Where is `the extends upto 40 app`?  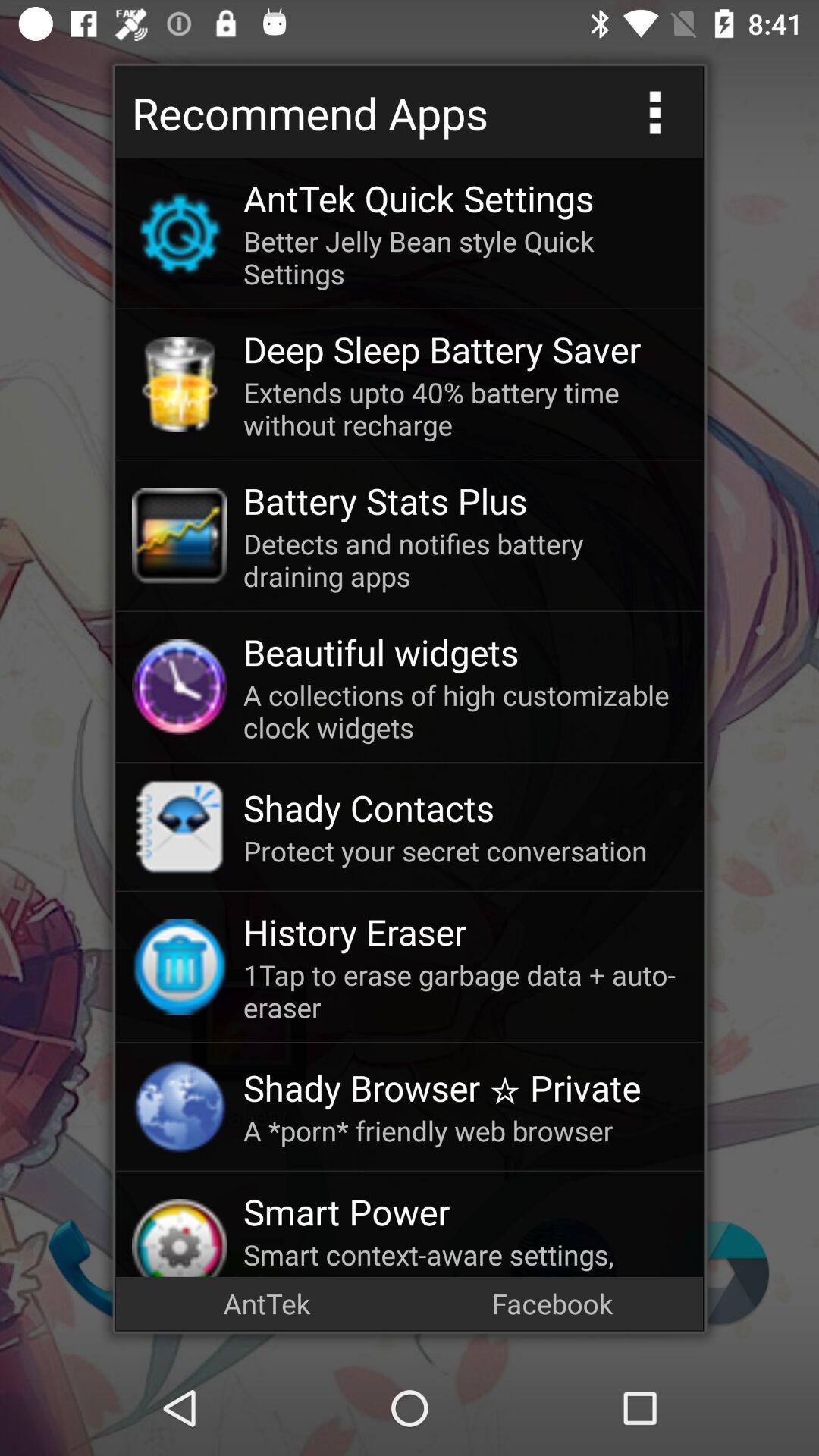 the extends upto 40 app is located at coordinates (464, 408).